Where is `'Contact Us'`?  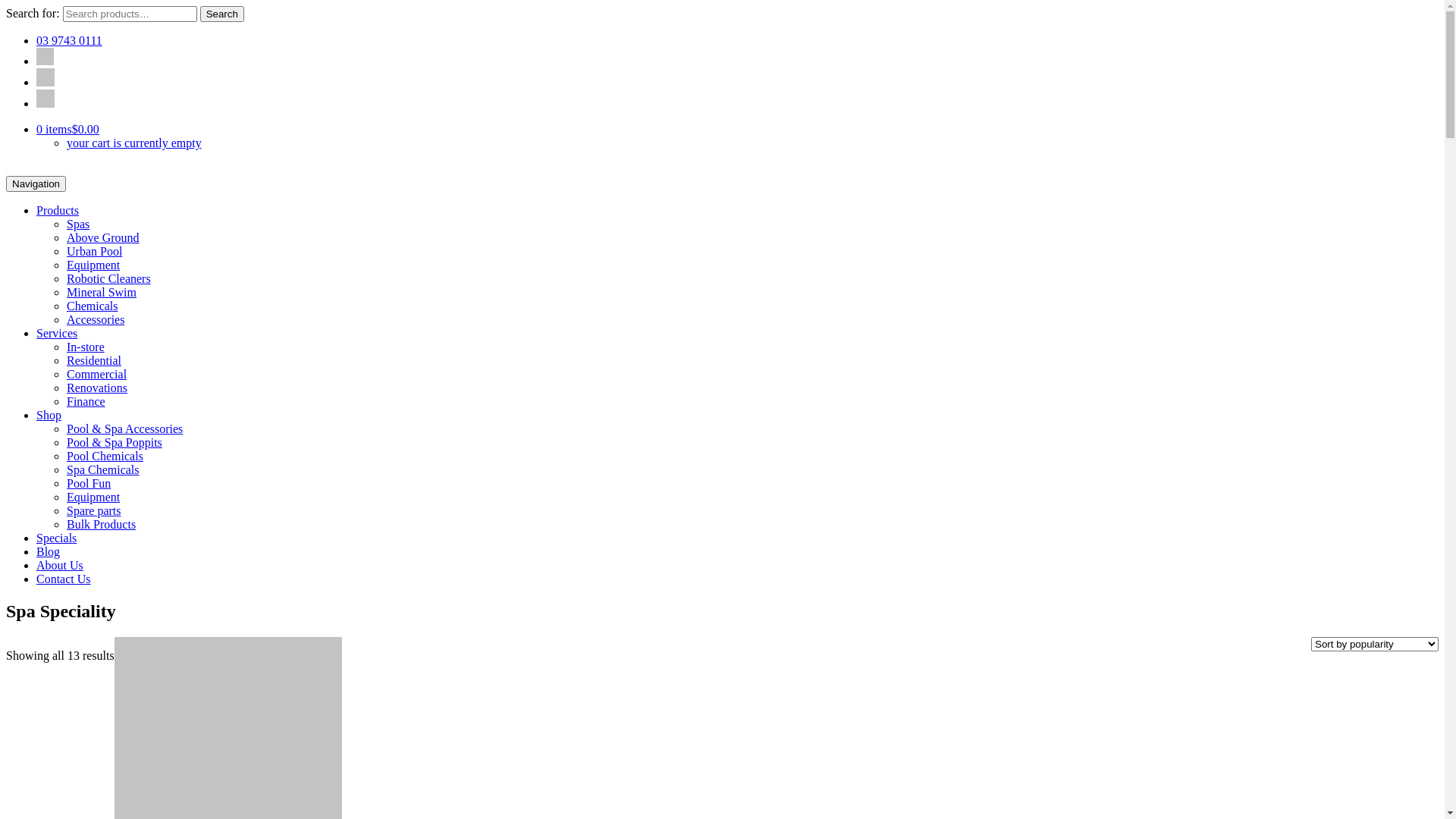 'Contact Us' is located at coordinates (62, 579).